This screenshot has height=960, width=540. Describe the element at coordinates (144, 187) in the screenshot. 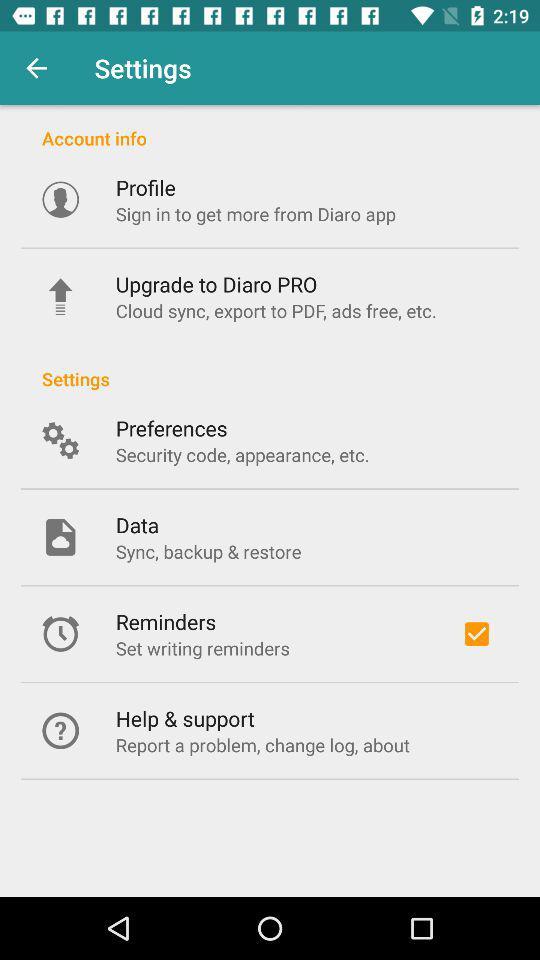

I see `profile icon` at that location.